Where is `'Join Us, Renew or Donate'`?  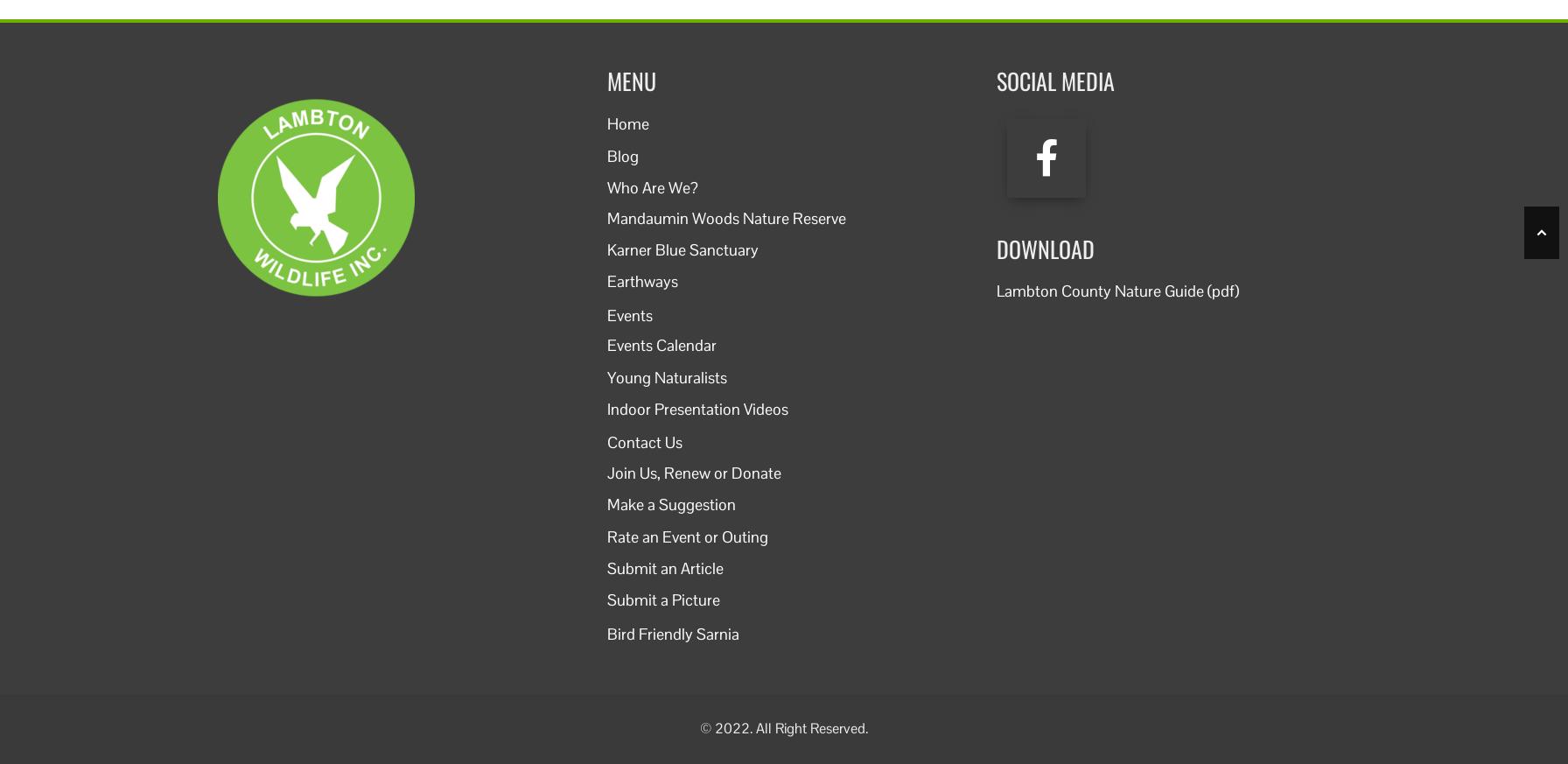 'Join Us, Renew or Donate' is located at coordinates (607, 471).